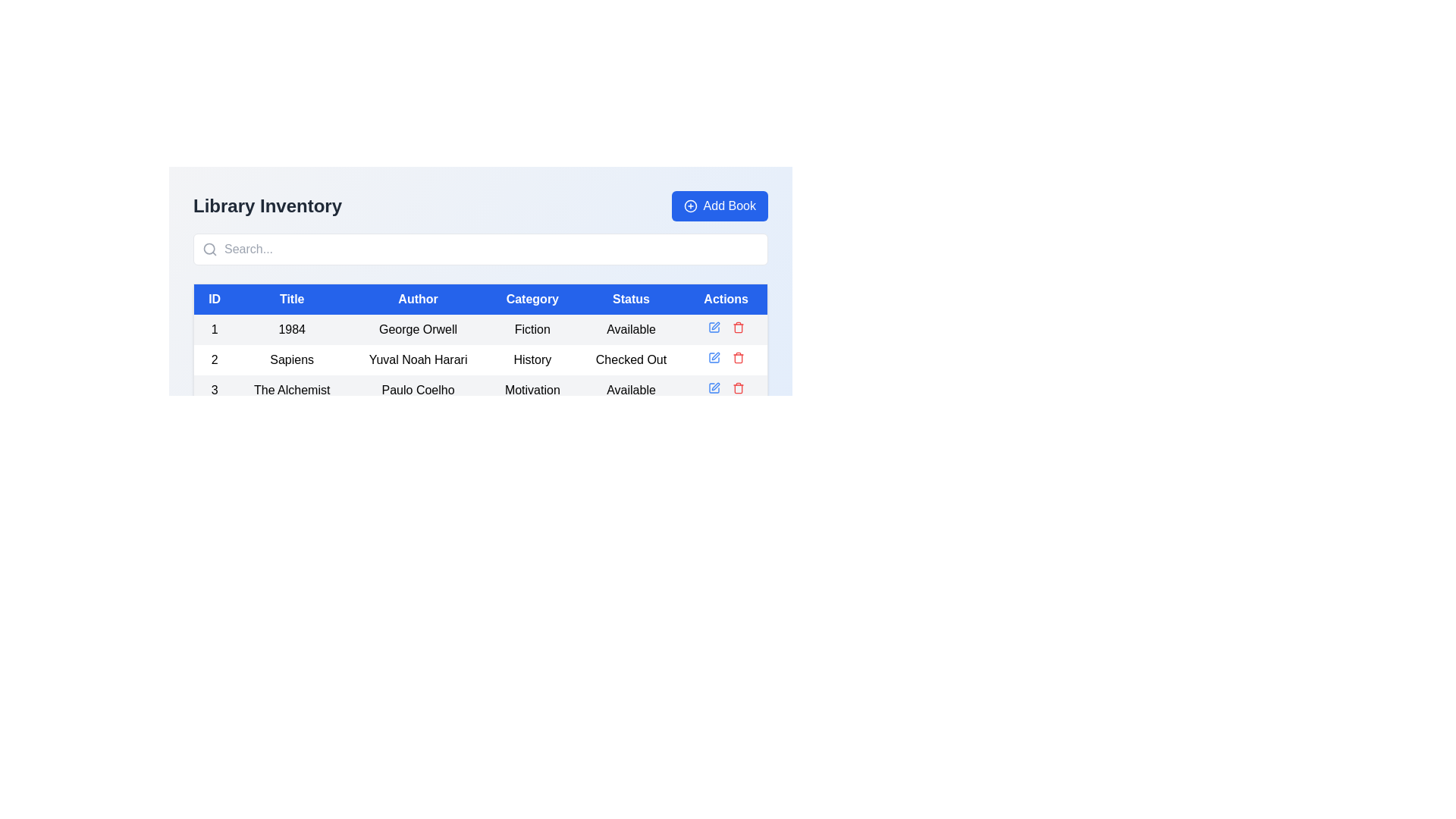 This screenshot has width=1456, height=819. Describe the element at coordinates (479, 359) in the screenshot. I see `the second row in the Library Inventory table containing the book 'Sapiens' by 'Yuval Noah Harari'` at that location.